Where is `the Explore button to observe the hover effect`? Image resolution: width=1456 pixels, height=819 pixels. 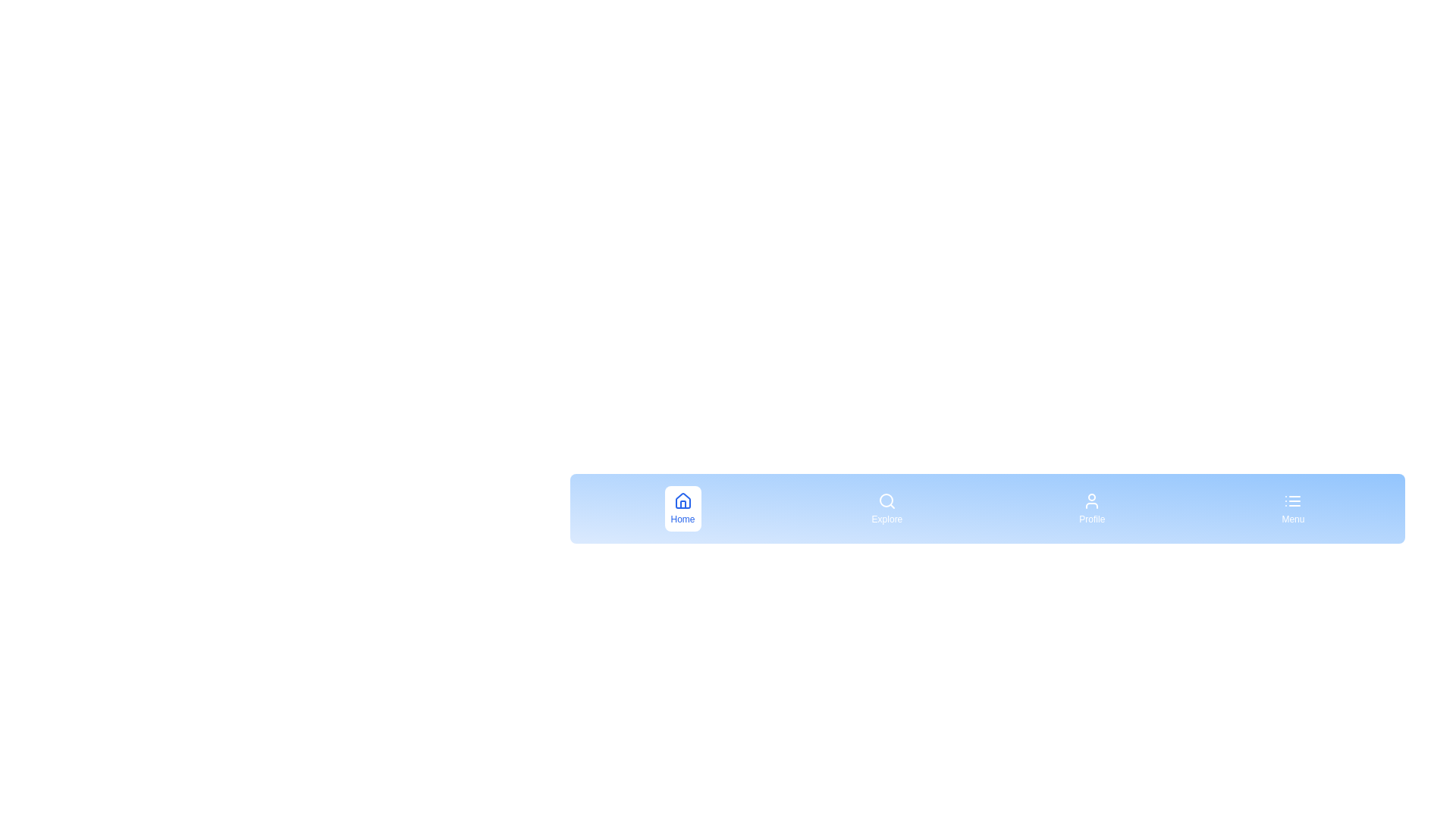 the Explore button to observe the hover effect is located at coordinates (886, 509).